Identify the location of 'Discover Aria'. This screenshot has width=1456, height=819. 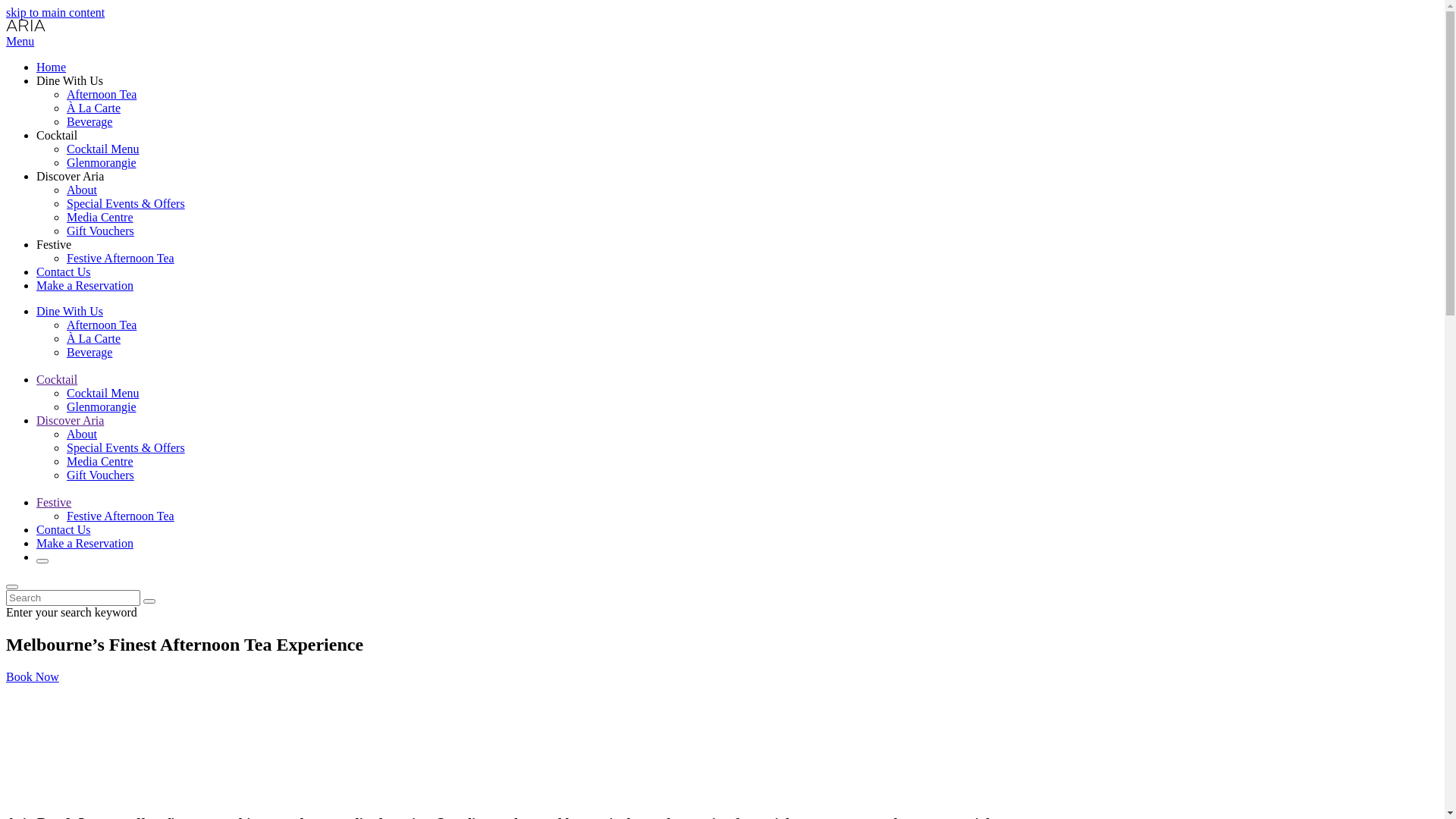
(36, 420).